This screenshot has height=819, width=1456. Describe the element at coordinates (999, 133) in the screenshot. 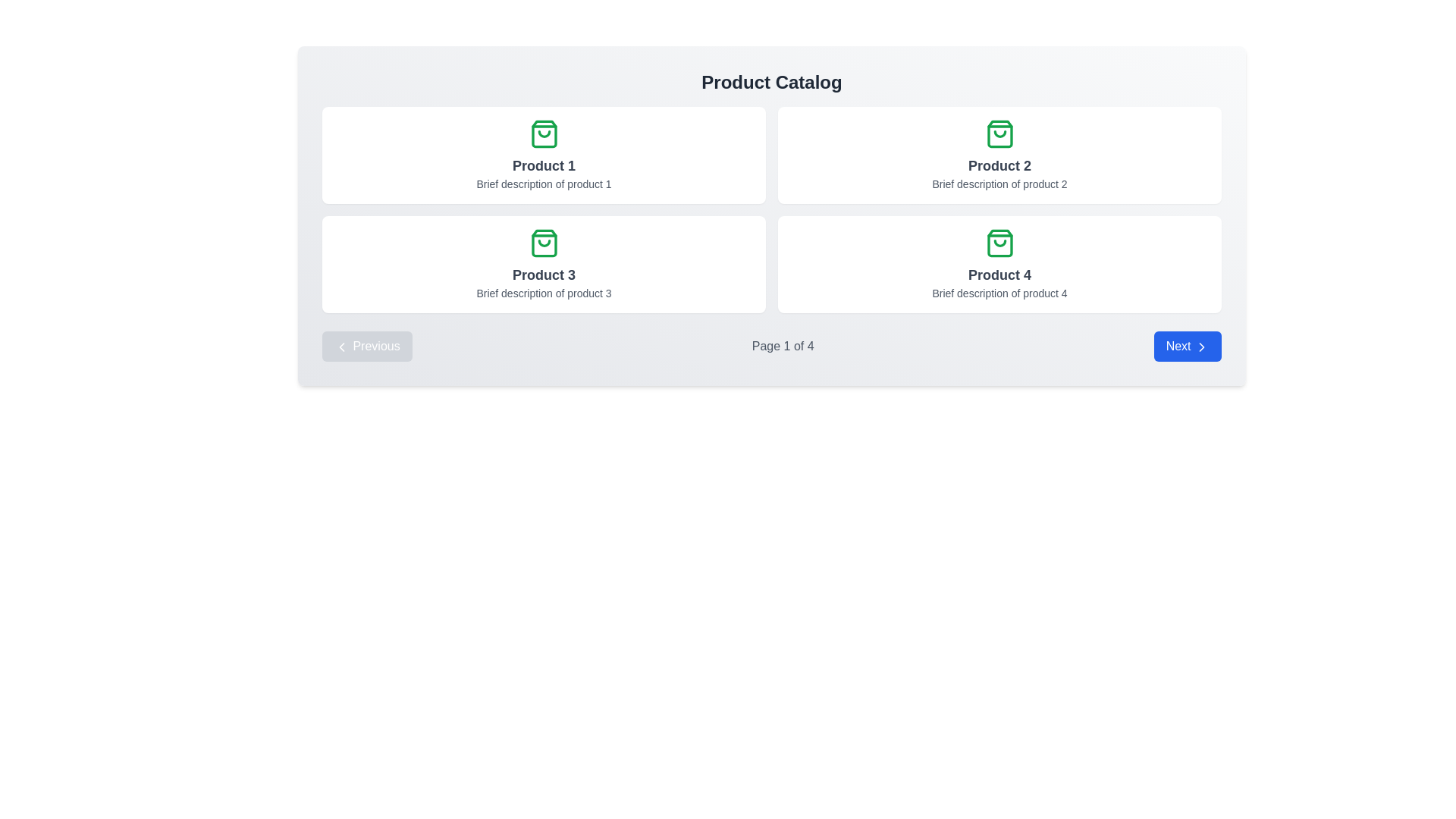

I see `the shopping bag icon representing 'Product 2', located at the top center of the product card` at that location.